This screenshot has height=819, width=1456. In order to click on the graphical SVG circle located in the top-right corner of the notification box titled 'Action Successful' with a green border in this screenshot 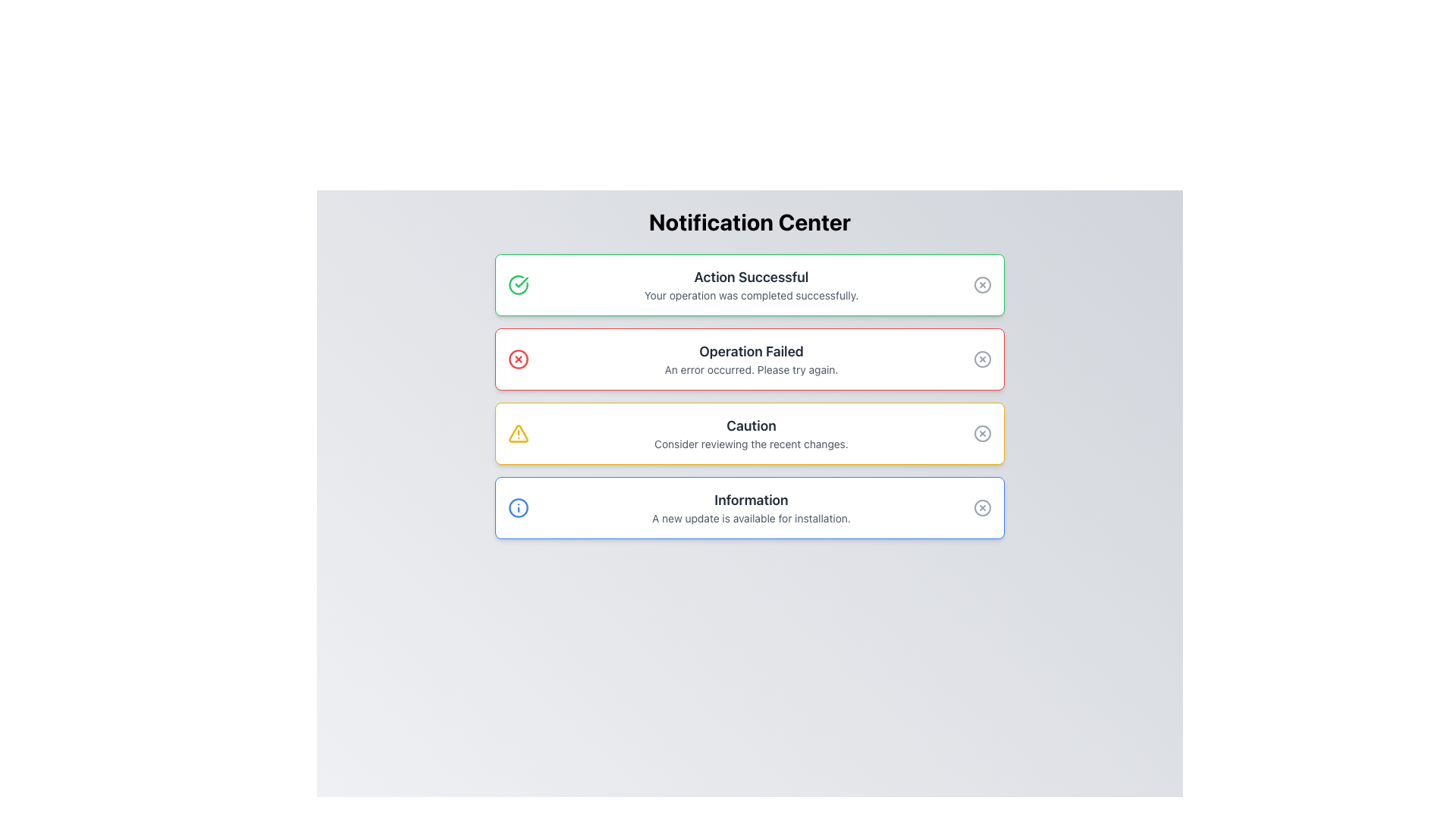, I will do `click(983, 284)`.